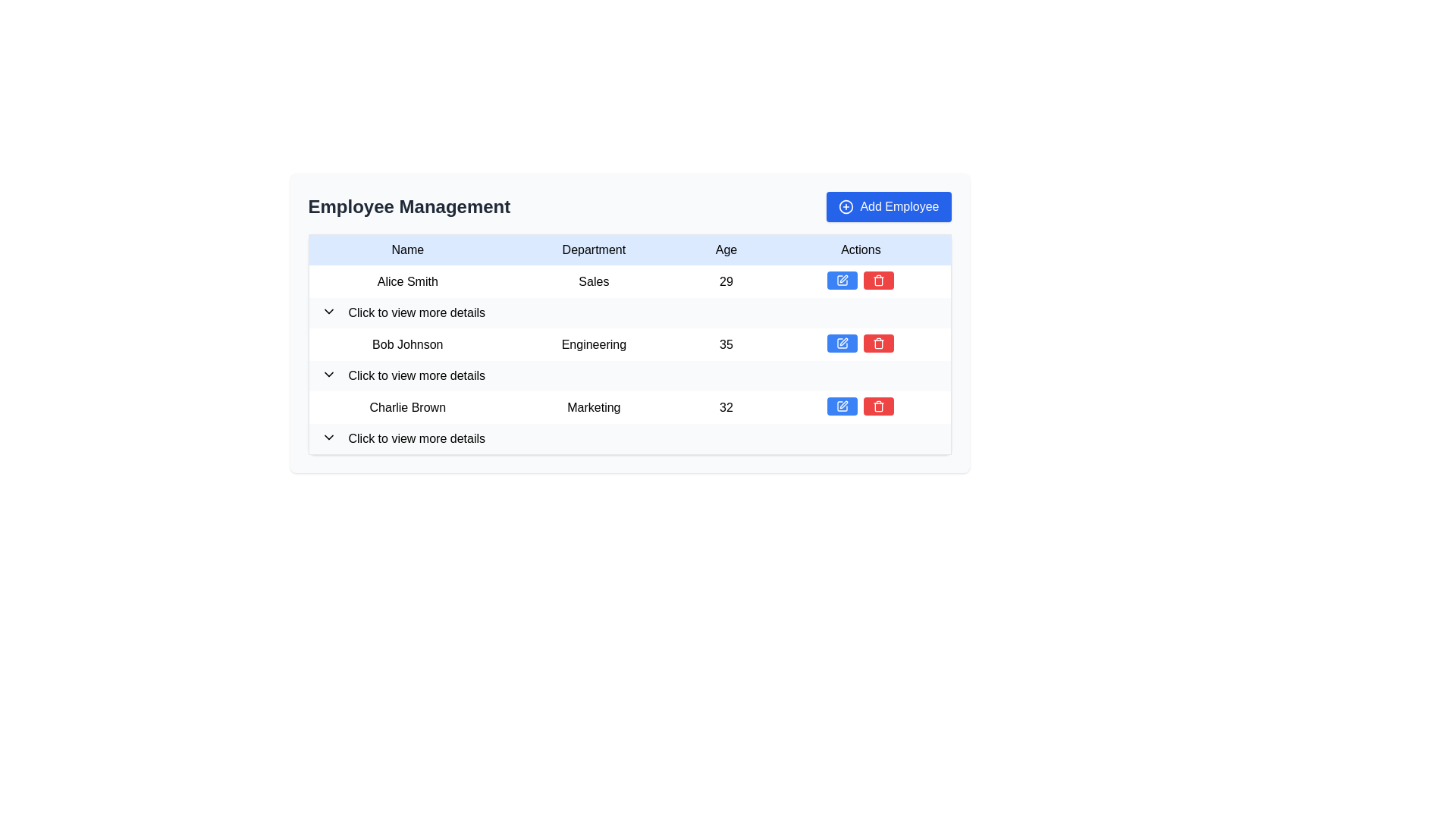 This screenshot has width=1456, height=819. Describe the element at coordinates (842, 343) in the screenshot. I see `the edit button in the Actions column of the second row` at that location.